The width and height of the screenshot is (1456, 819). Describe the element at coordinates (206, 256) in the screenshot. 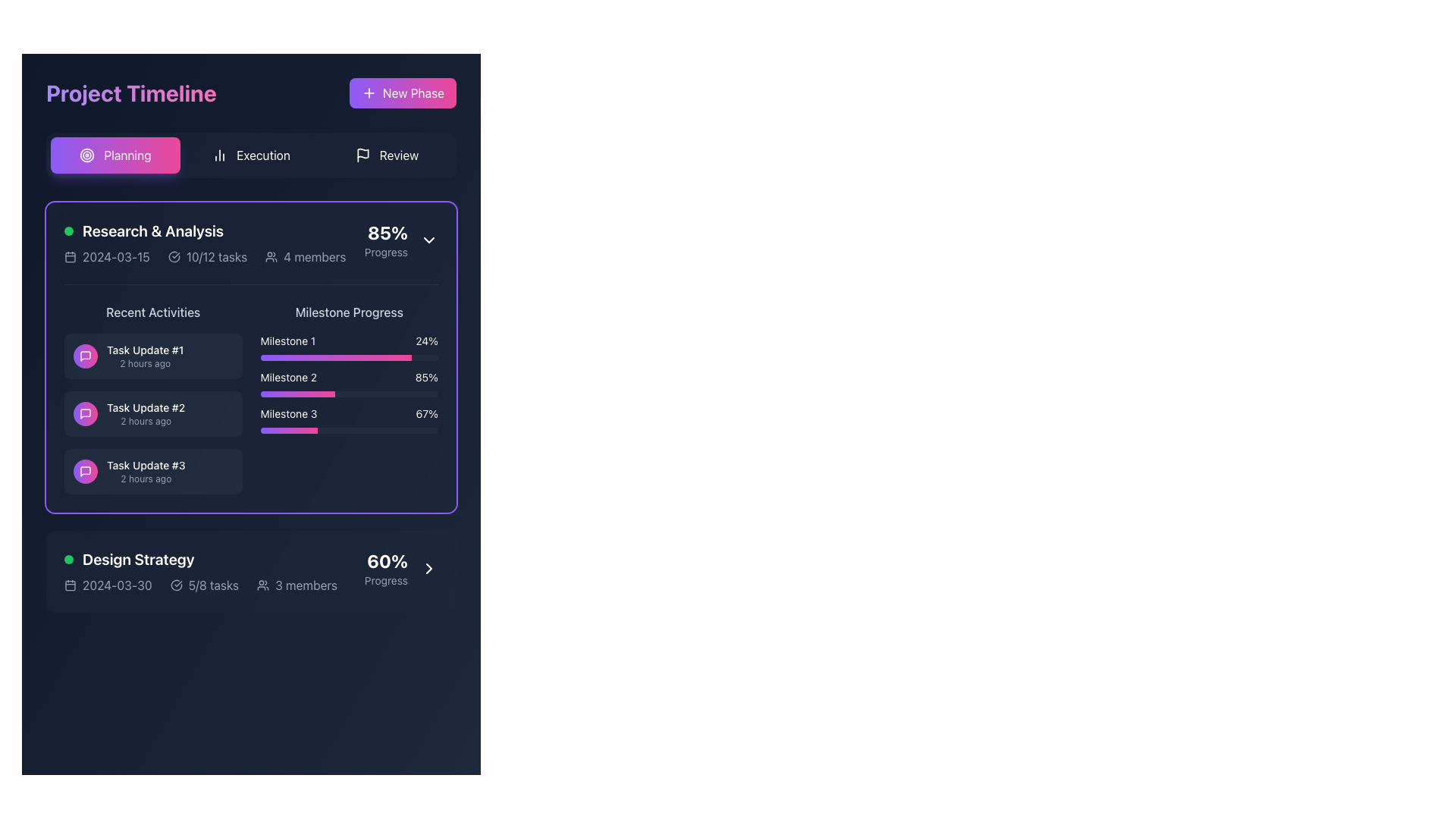

I see `the informational text element displaying '10/12 tasks' with a tick mark icon, located centrally in the header of the 'Research & Analysis' section` at that location.